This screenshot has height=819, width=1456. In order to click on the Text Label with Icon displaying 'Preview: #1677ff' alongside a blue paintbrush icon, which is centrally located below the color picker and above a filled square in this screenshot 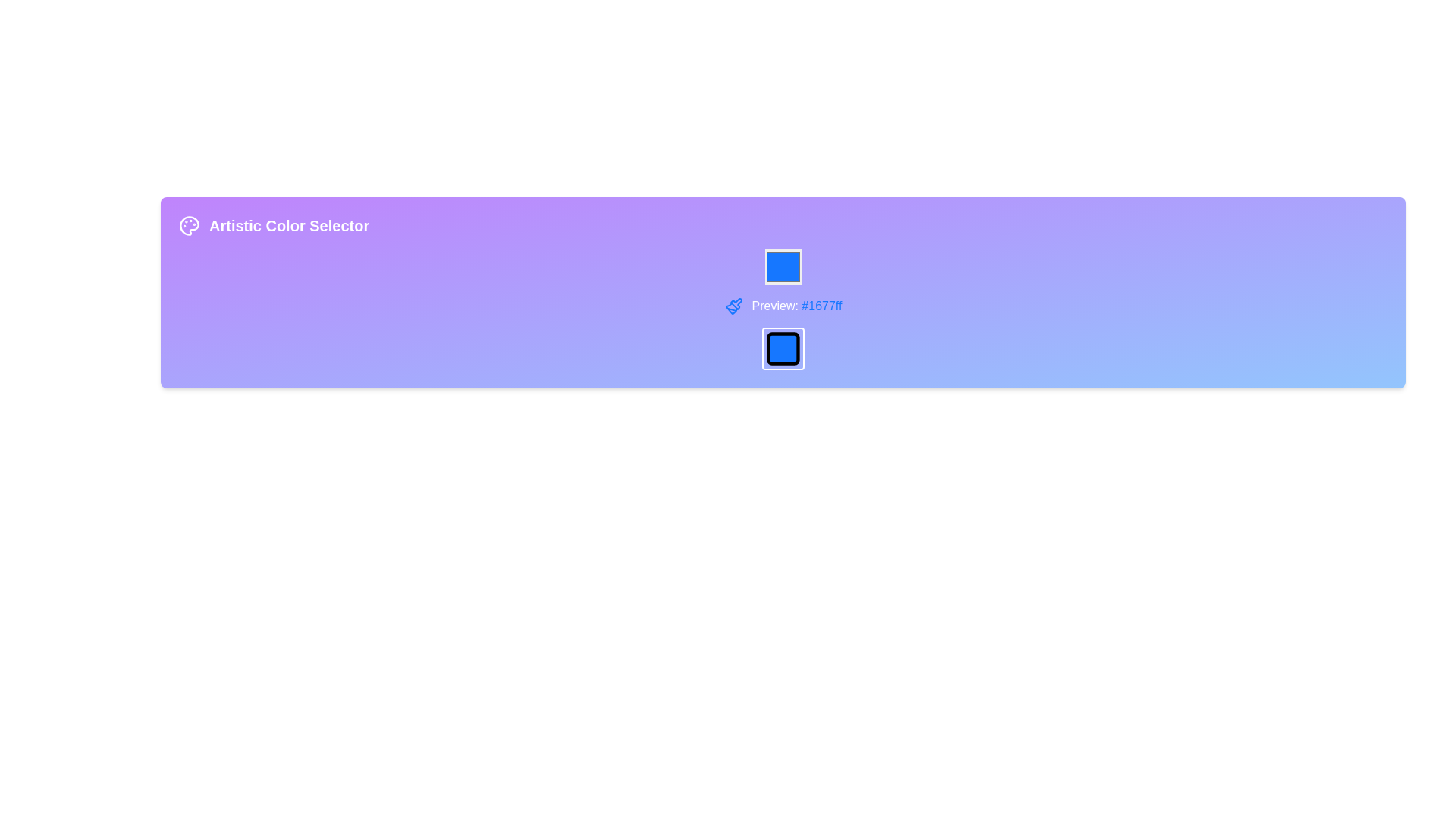, I will do `click(783, 306)`.